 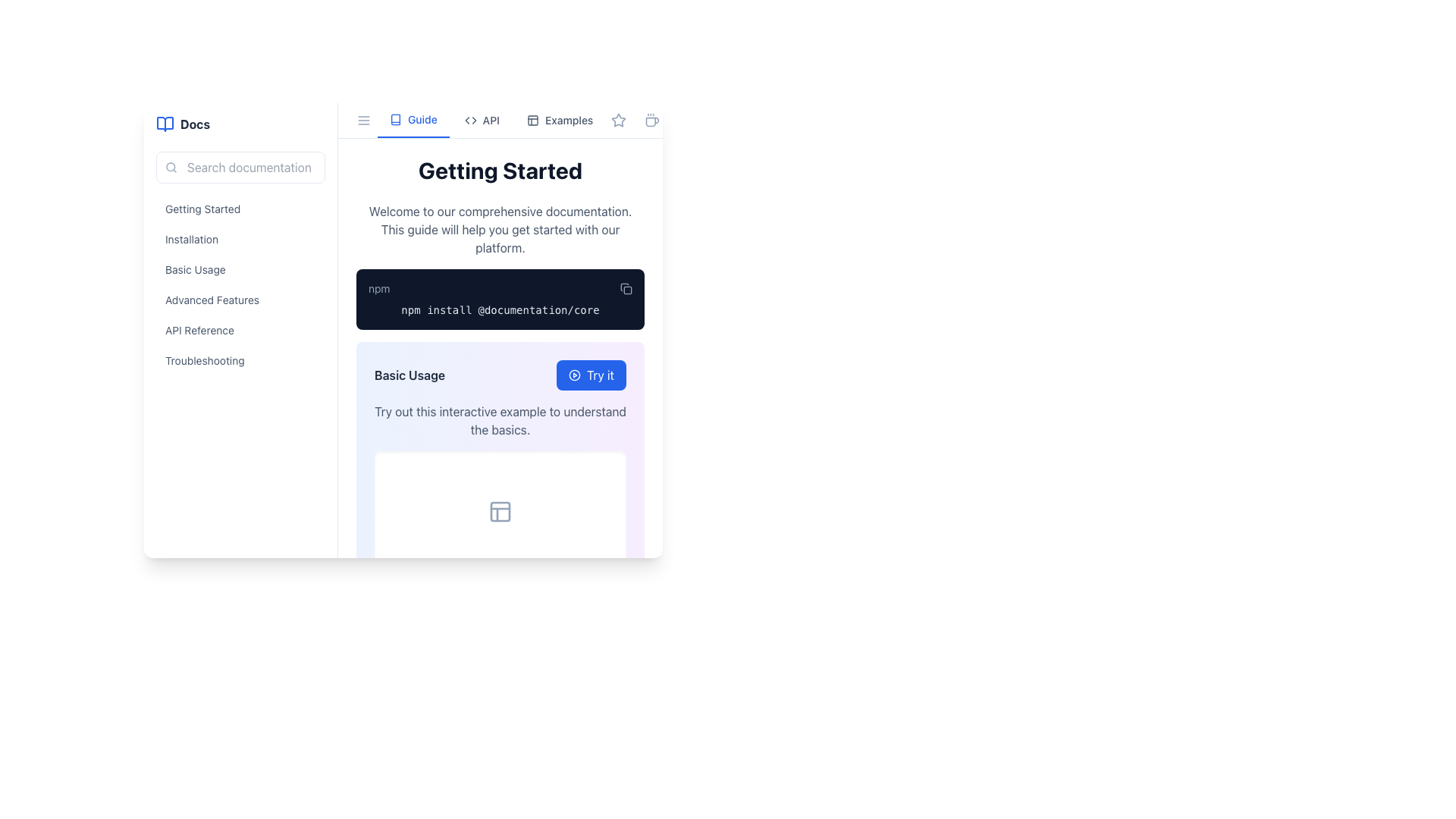 I want to click on the visual style of the minimalist stroke-style icon resembling a square with segmented lines, located to the left of the 'Examples' text in the header navigation bar at the top-right of the page, so click(x=532, y=119).